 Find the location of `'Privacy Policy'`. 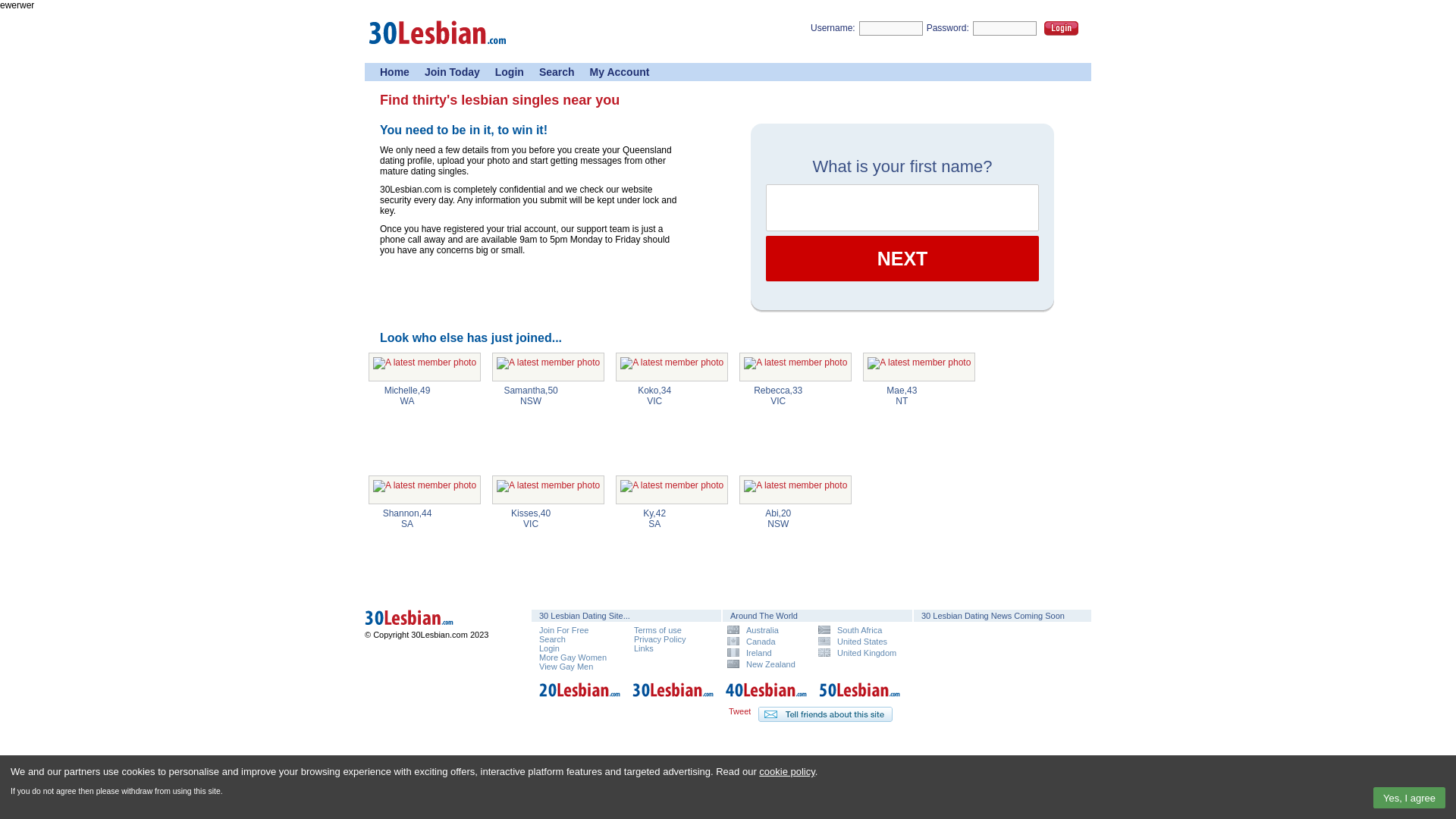

'Privacy Policy' is located at coordinates (659, 639).